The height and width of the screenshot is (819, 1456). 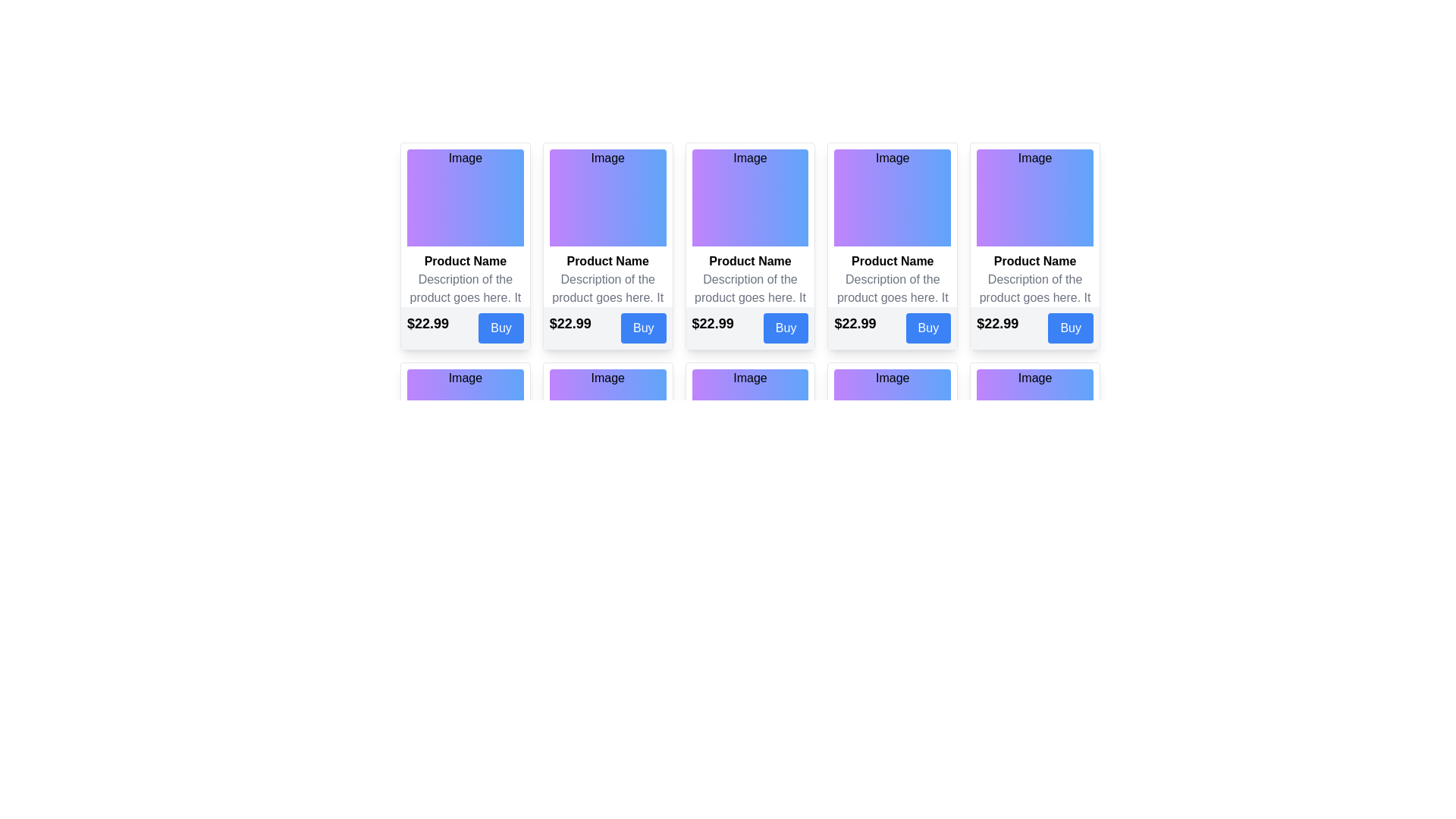 I want to click on the text label displaying the price '$22.99', which is located on the bottom-left side of the second product card, within a light grey background area, so click(x=570, y=327).